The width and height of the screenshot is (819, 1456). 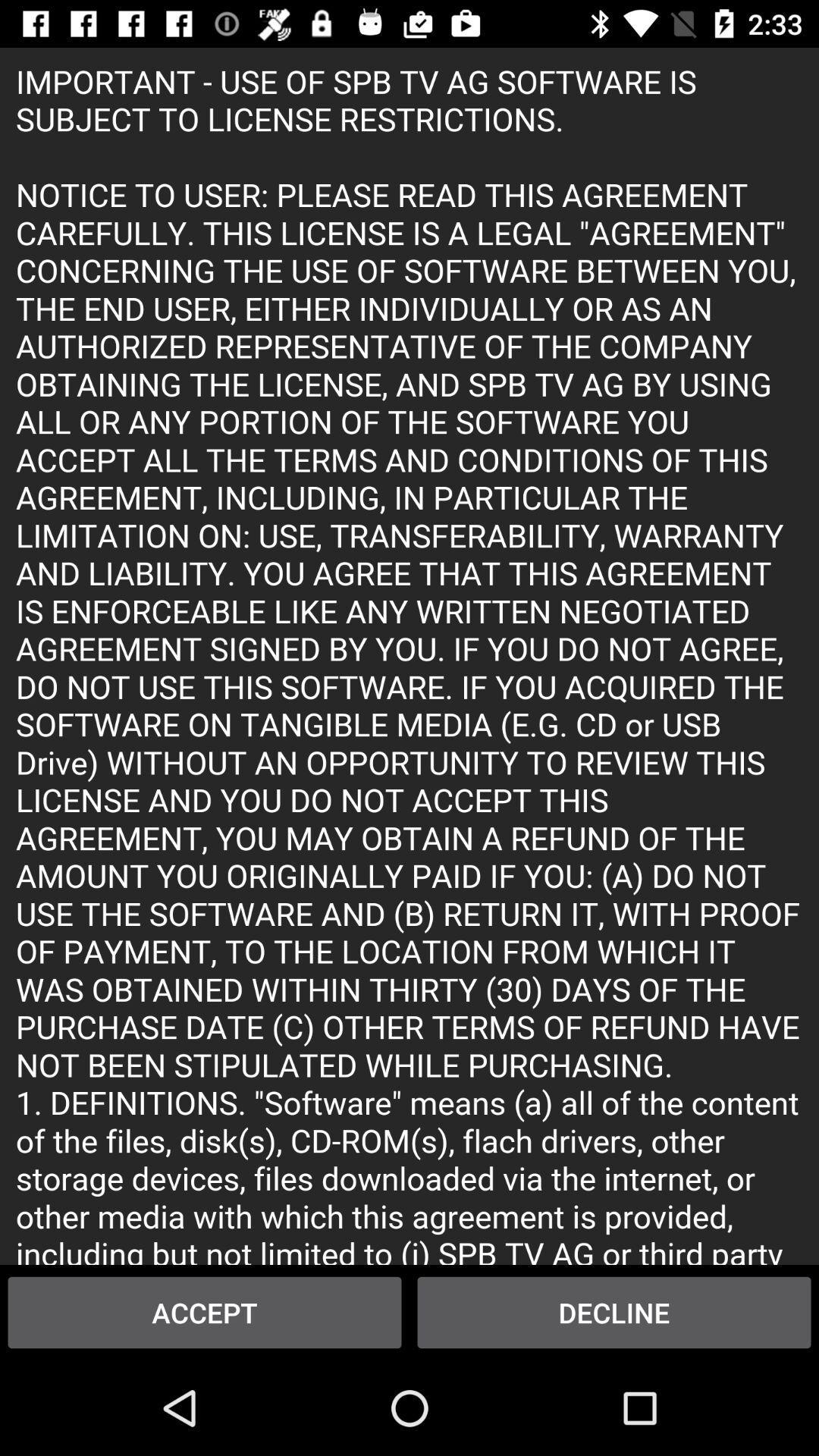 What do you see at coordinates (614, 1312) in the screenshot?
I see `the decline icon` at bounding box center [614, 1312].